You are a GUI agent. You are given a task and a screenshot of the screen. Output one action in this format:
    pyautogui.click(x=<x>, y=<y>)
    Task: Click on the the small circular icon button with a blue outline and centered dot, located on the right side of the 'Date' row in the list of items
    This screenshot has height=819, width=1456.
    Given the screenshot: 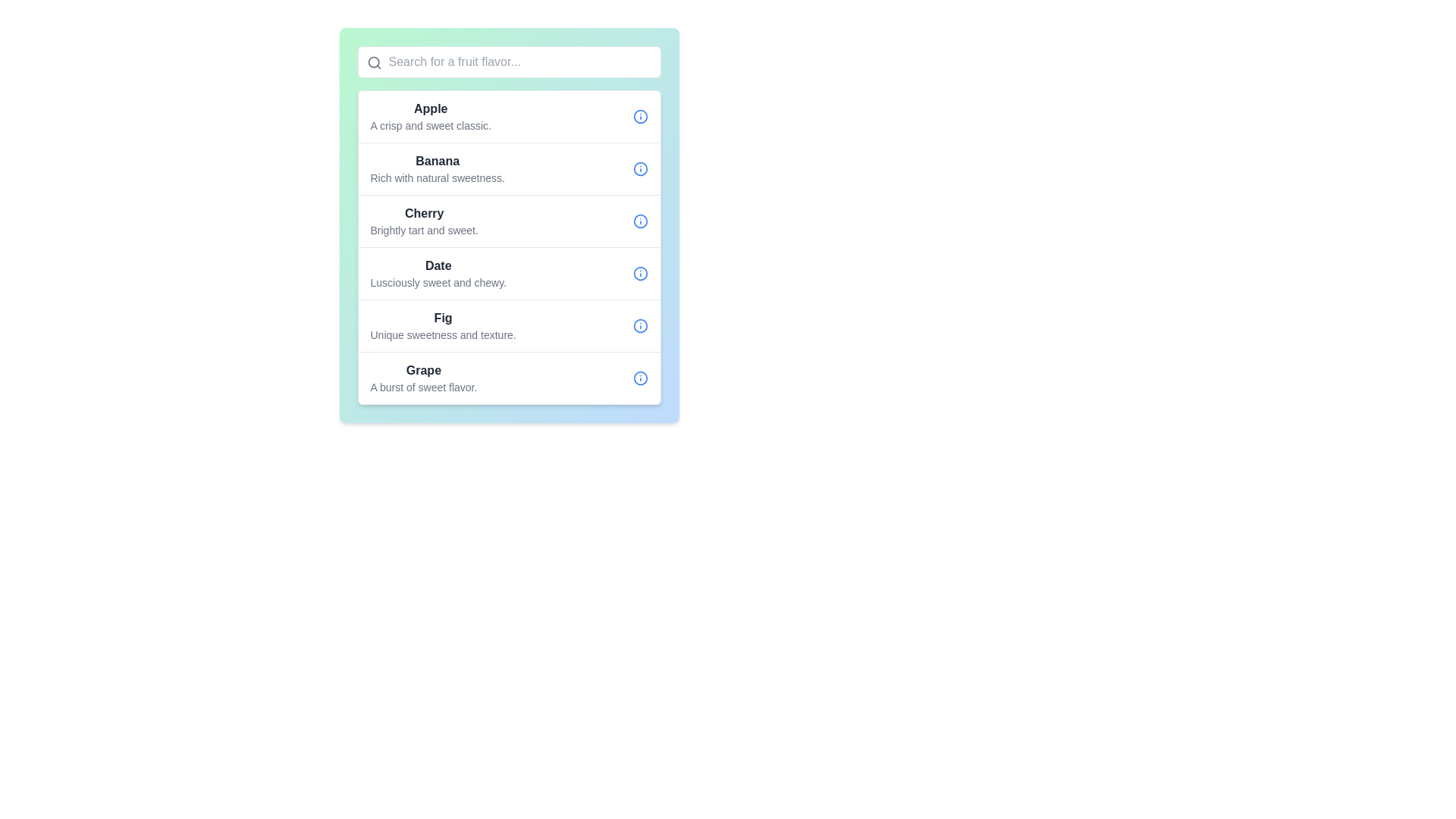 What is the action you would take?
    pyautogui.click(x=640, y=274)
    